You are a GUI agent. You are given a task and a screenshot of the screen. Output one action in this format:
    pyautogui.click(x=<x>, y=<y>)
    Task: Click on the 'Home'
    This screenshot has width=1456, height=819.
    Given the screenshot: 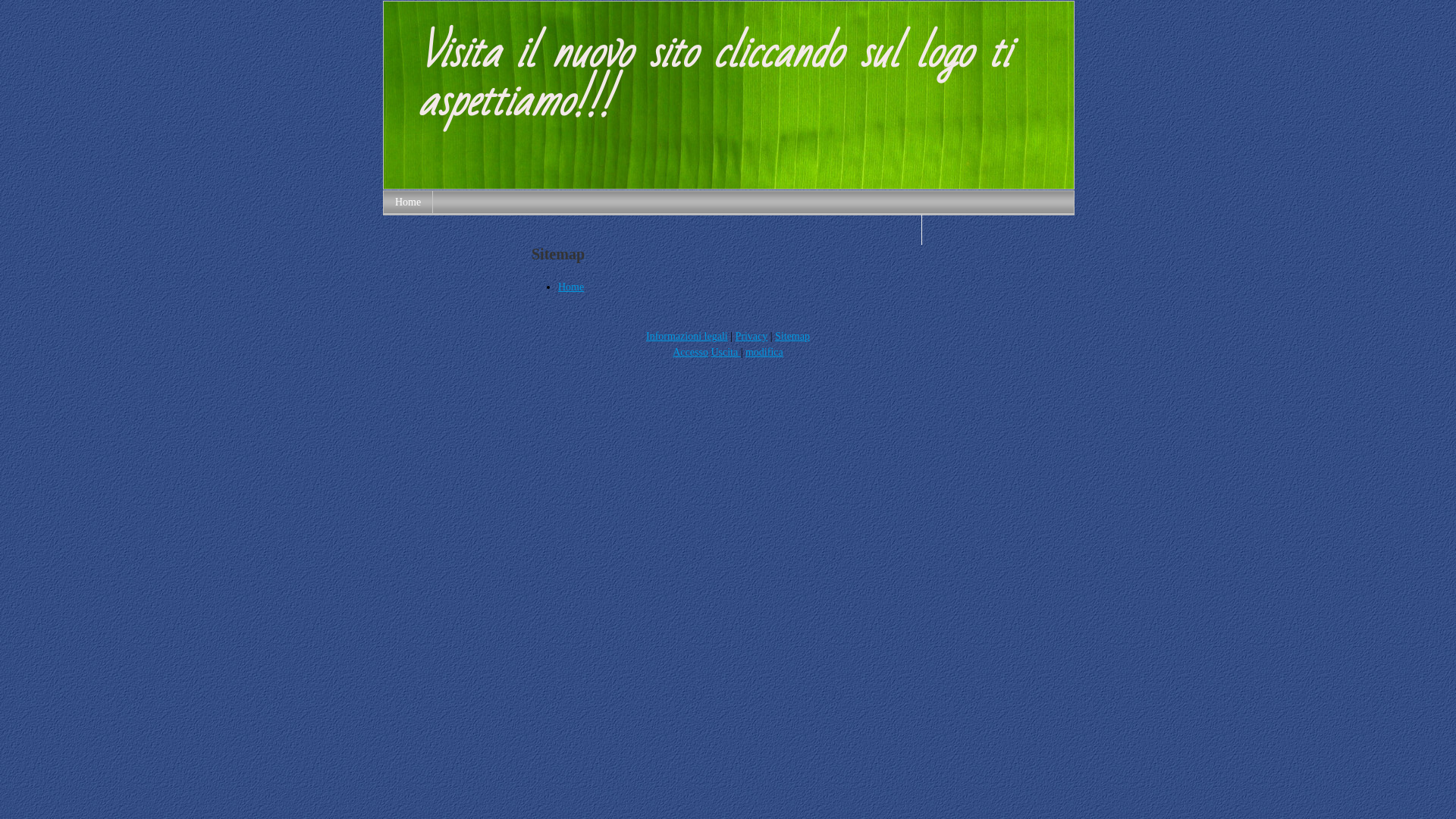 What is the action you would take?
    pyautogui.click(x=408, y=201)
    